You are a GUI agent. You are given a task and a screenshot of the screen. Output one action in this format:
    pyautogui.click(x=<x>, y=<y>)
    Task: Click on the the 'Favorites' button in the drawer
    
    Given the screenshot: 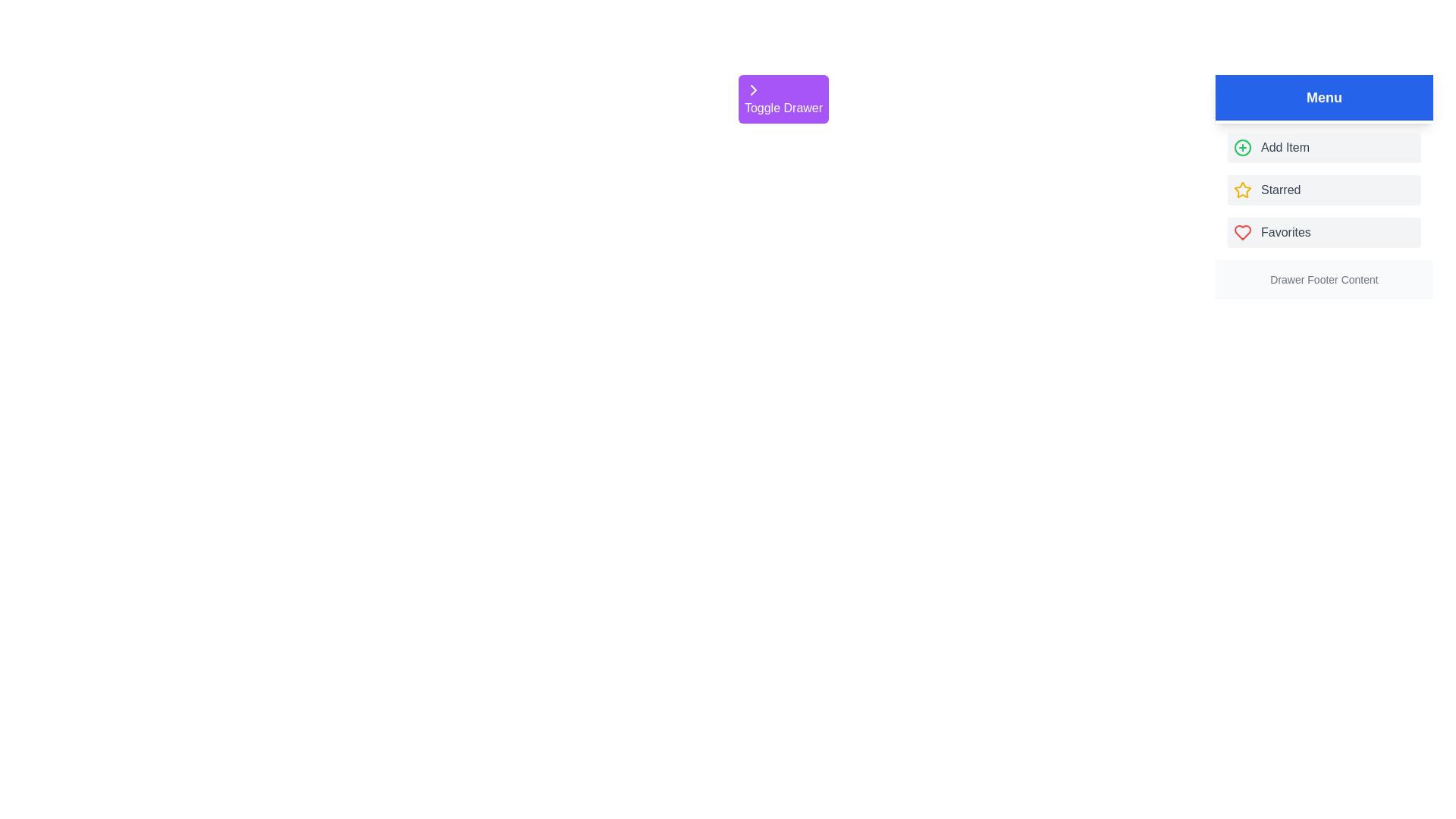 What is the action you would take?
    pyautogui.click(x=1323, y=233)
    